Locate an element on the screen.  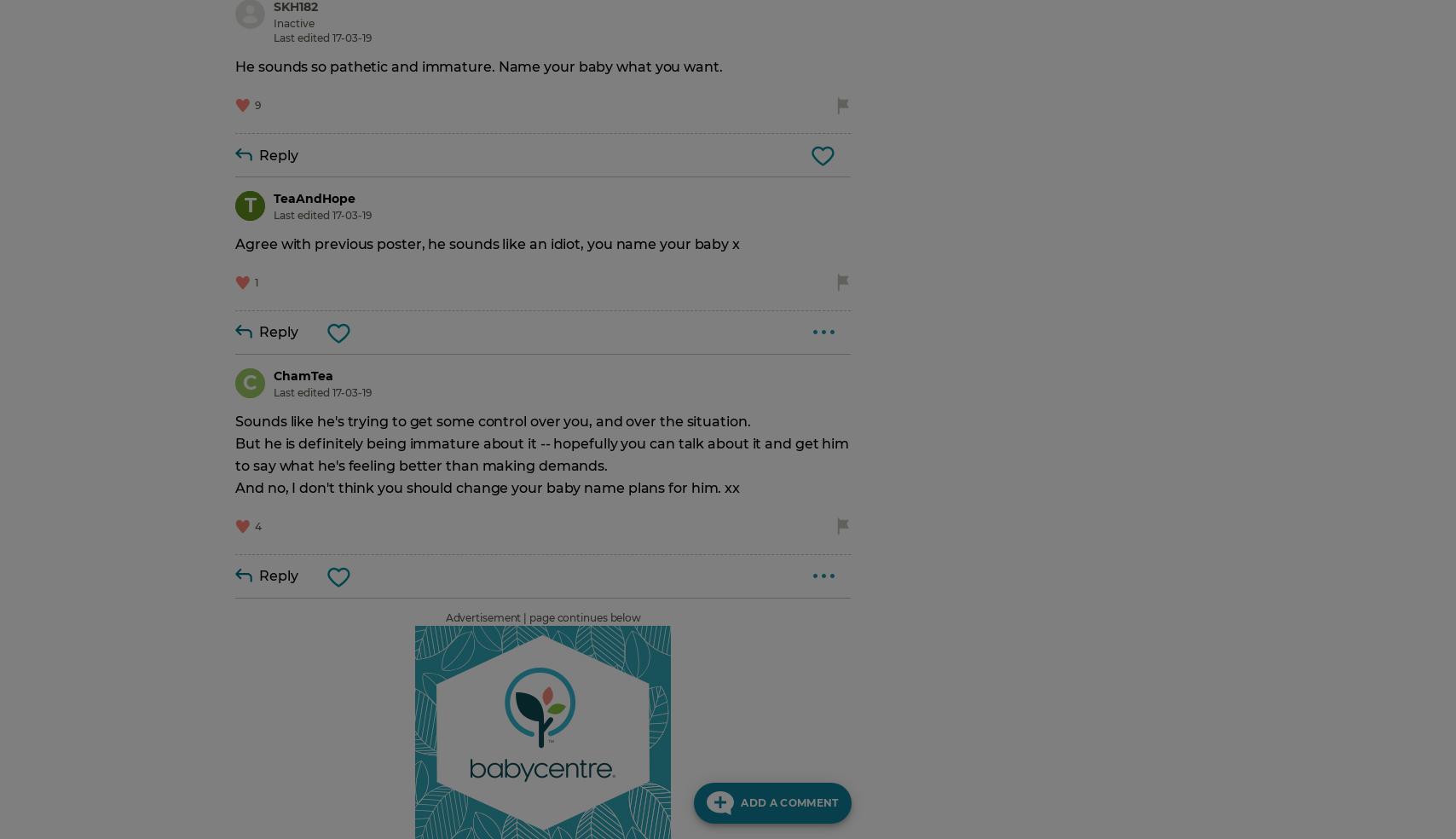
'Advertisement' is located at coordinates (444, 616).